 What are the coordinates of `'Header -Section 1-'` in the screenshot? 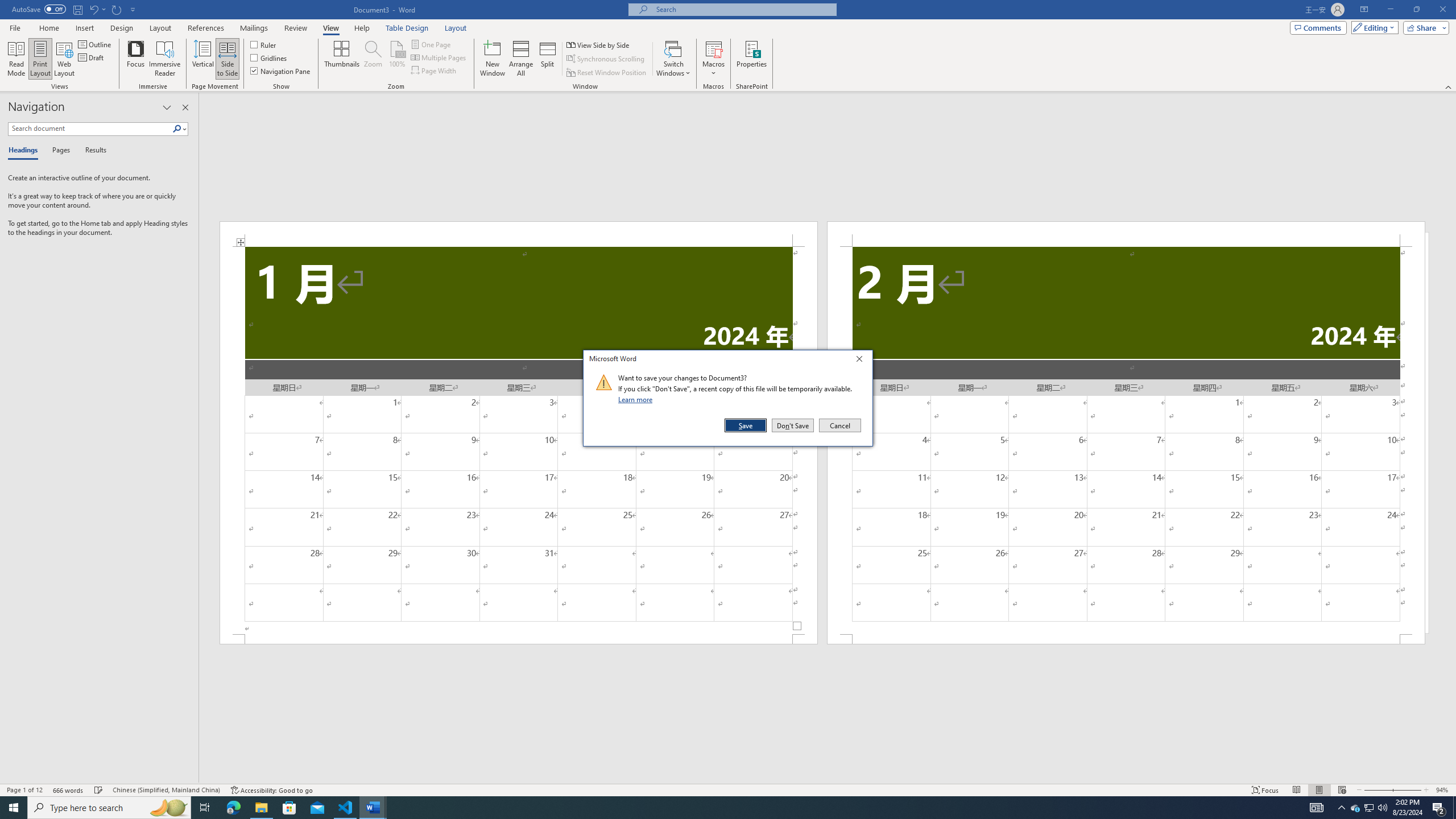 It's located at (519, 233).